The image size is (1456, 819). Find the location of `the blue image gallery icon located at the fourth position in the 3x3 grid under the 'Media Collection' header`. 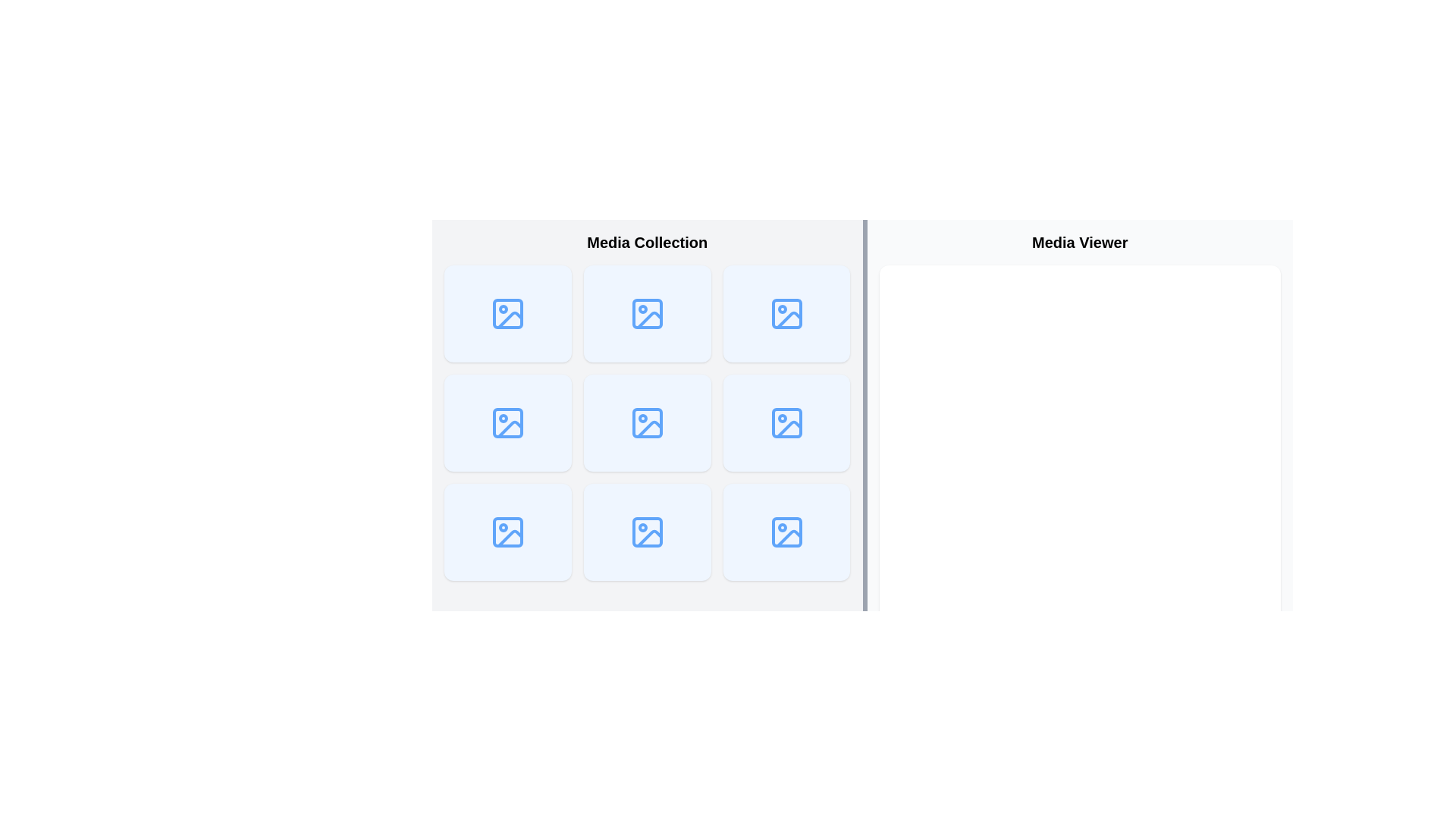

the blue image gallery icon located at the fourth position in the 3x3 grid under the 'Media Collection' header is located at coordinates (507, 423).